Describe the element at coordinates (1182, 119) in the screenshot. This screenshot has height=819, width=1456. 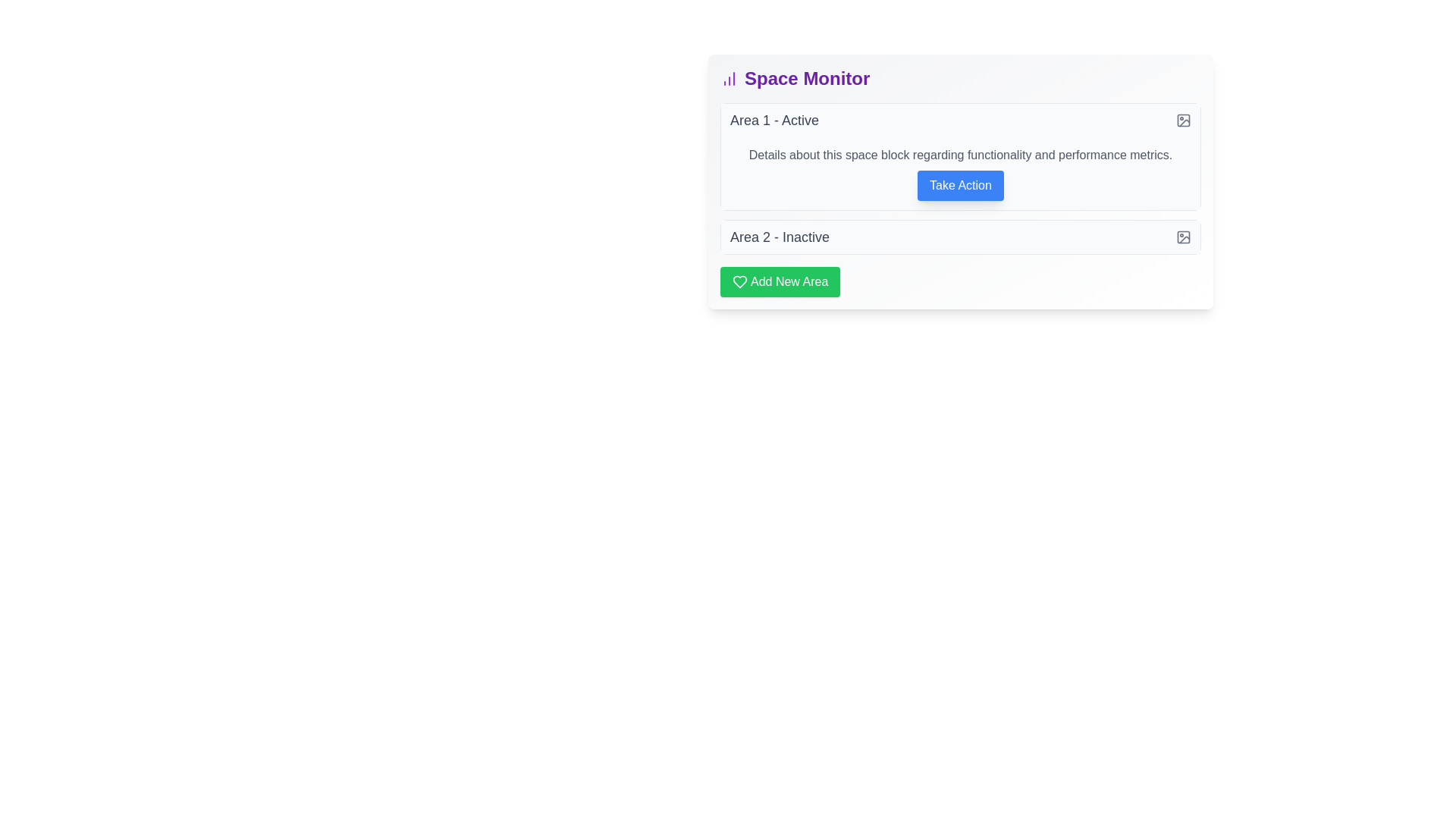
I see `the image/photo icon located in the top-right section of the 'Area 1 - Active' row` at that location.